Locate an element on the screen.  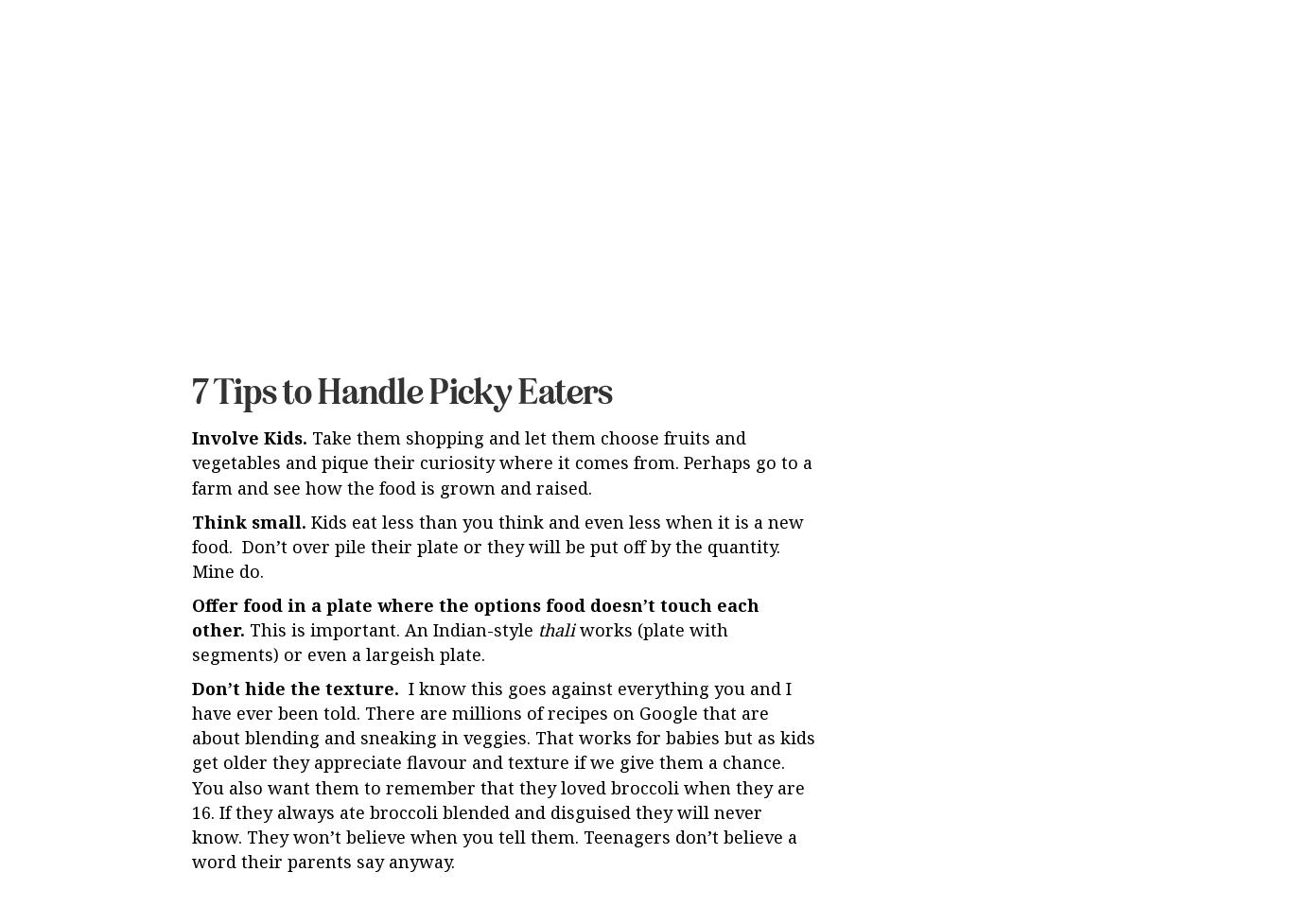
'This is important. An Indian-style' is located at coordinates (391, 472).